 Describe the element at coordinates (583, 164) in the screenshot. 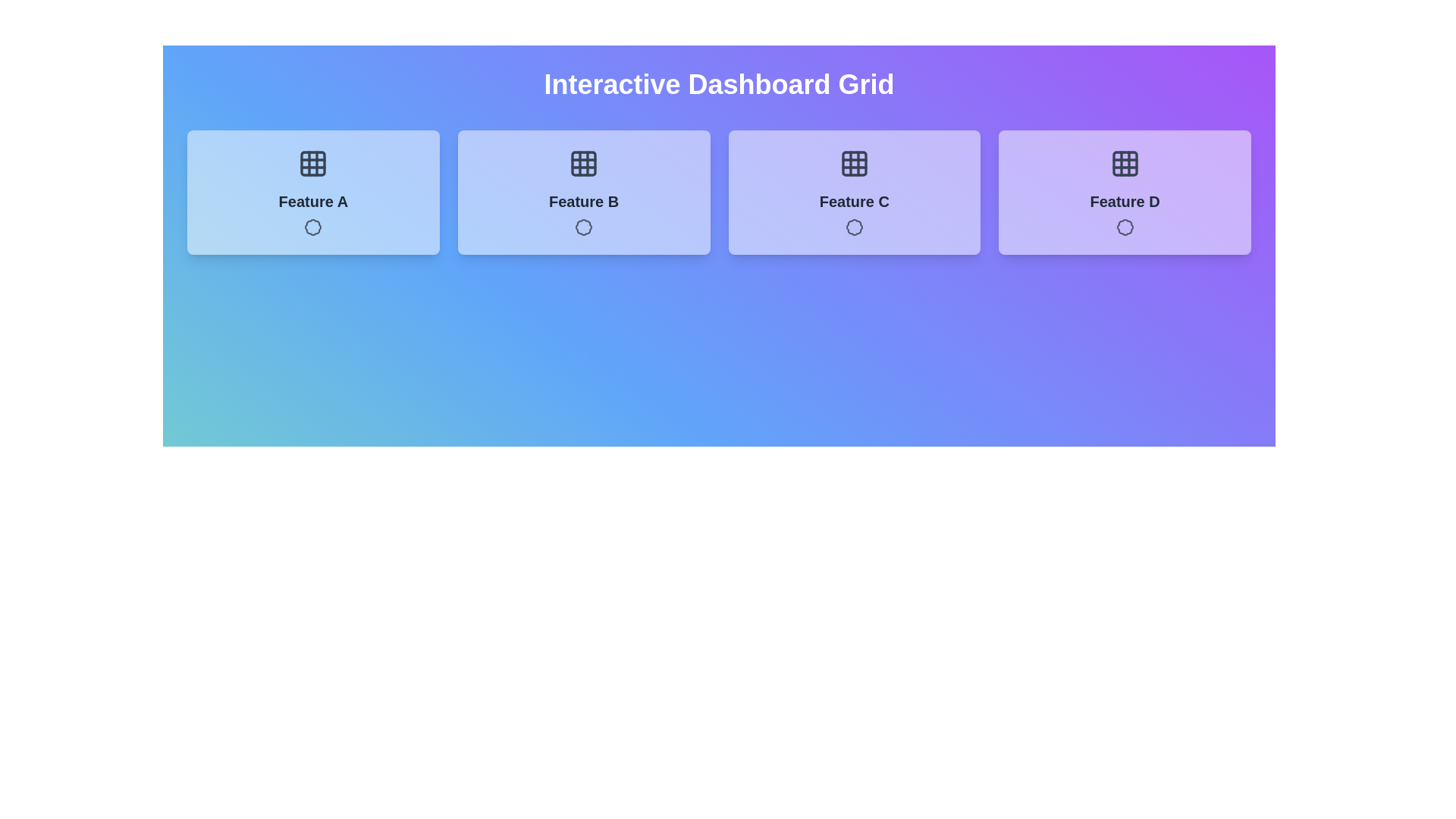

I see `the center square icon in the 3x3 grid of the card labeled 'Feature B'` at that location.